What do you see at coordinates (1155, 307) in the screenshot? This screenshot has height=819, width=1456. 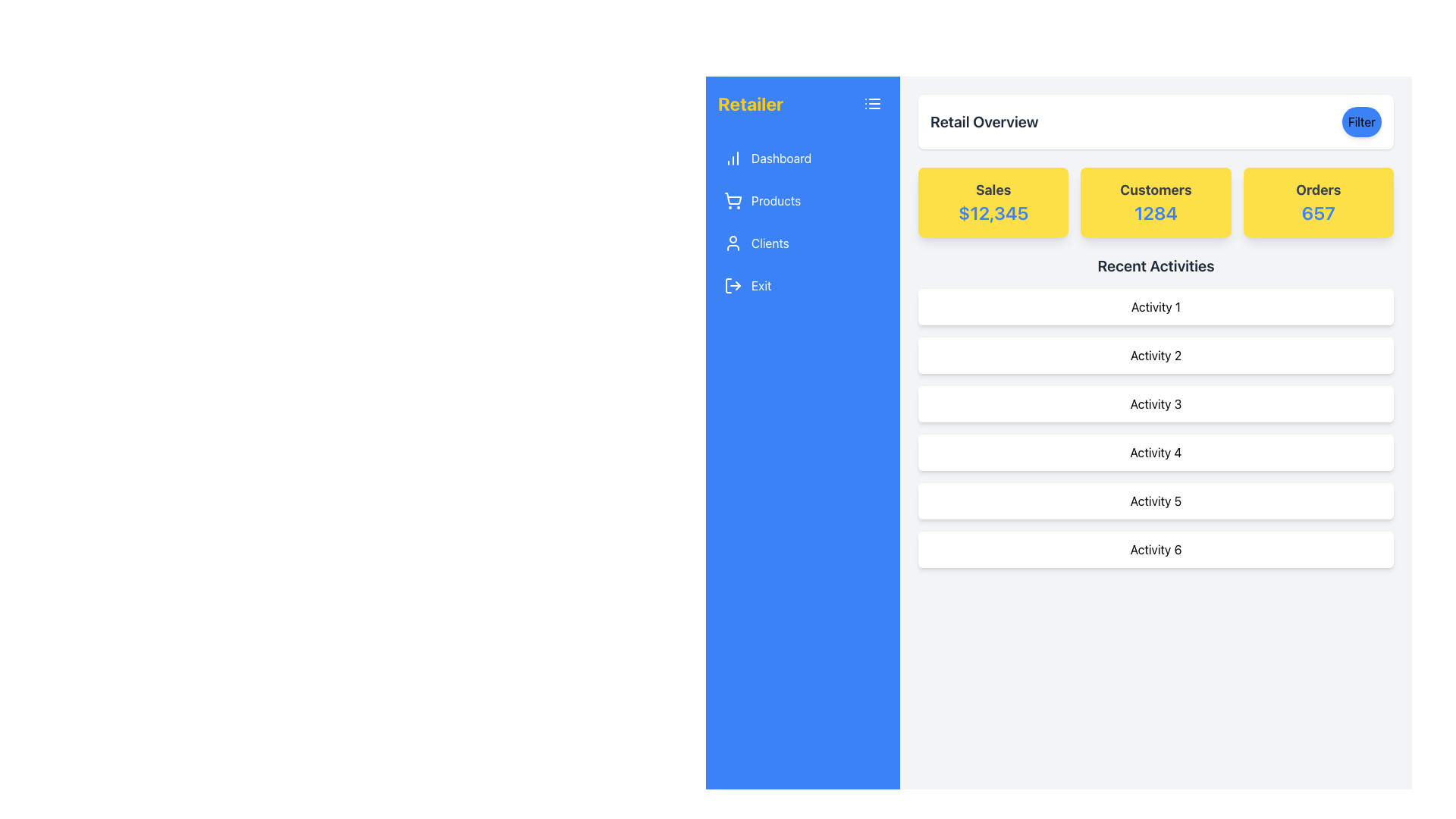 I see `the first Button-like card representing 'Activity 1' in the list below the 'Recent Activities' header` at bounding box center [1155, 307].